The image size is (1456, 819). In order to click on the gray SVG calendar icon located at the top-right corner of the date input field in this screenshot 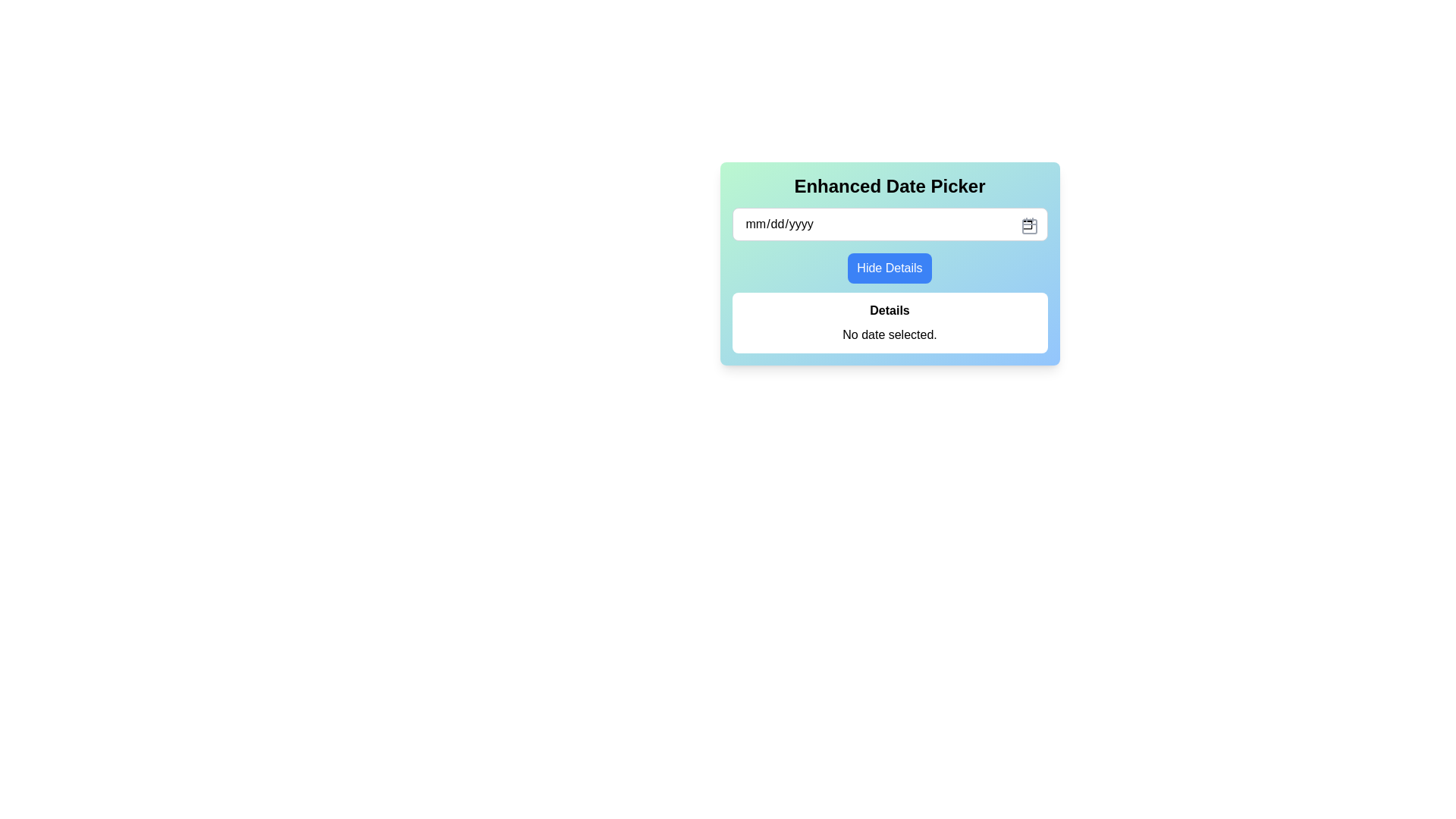, I will do `click(1029, 225)`.